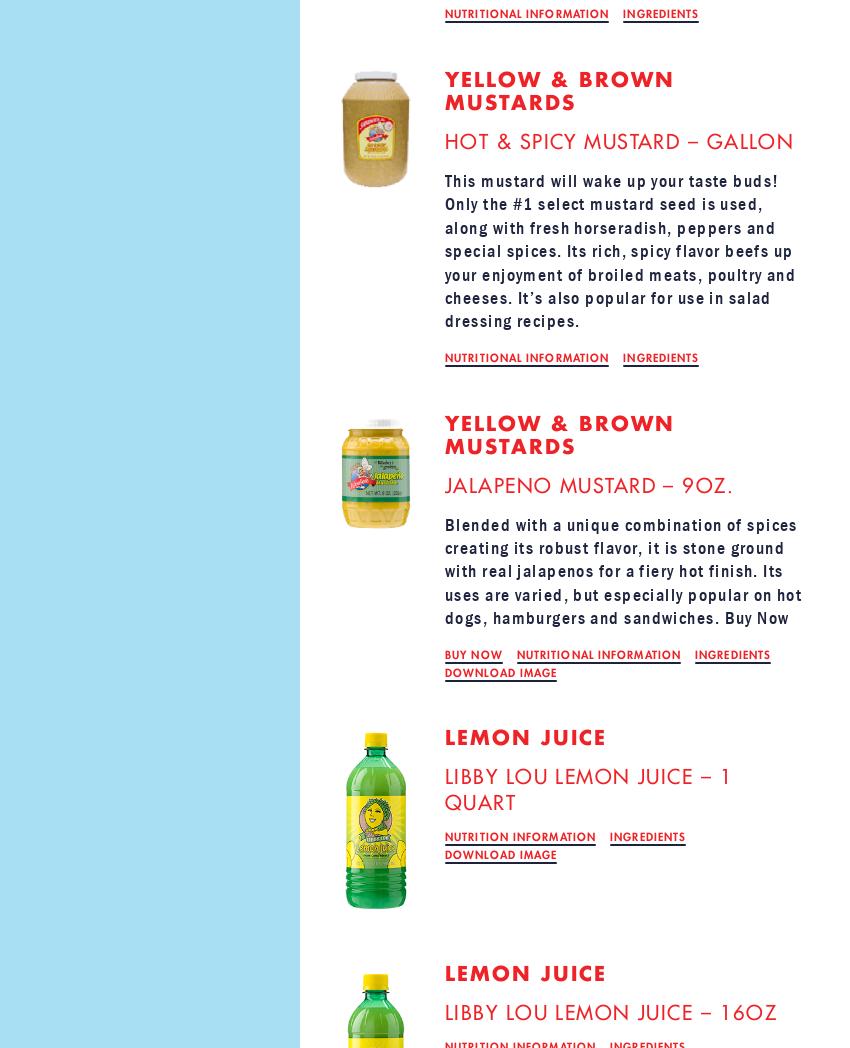 This screenshot has height=1048, width=850. I want to click on 'JALAPENO MUSTARD – 9OZ.', so click(589, 485).